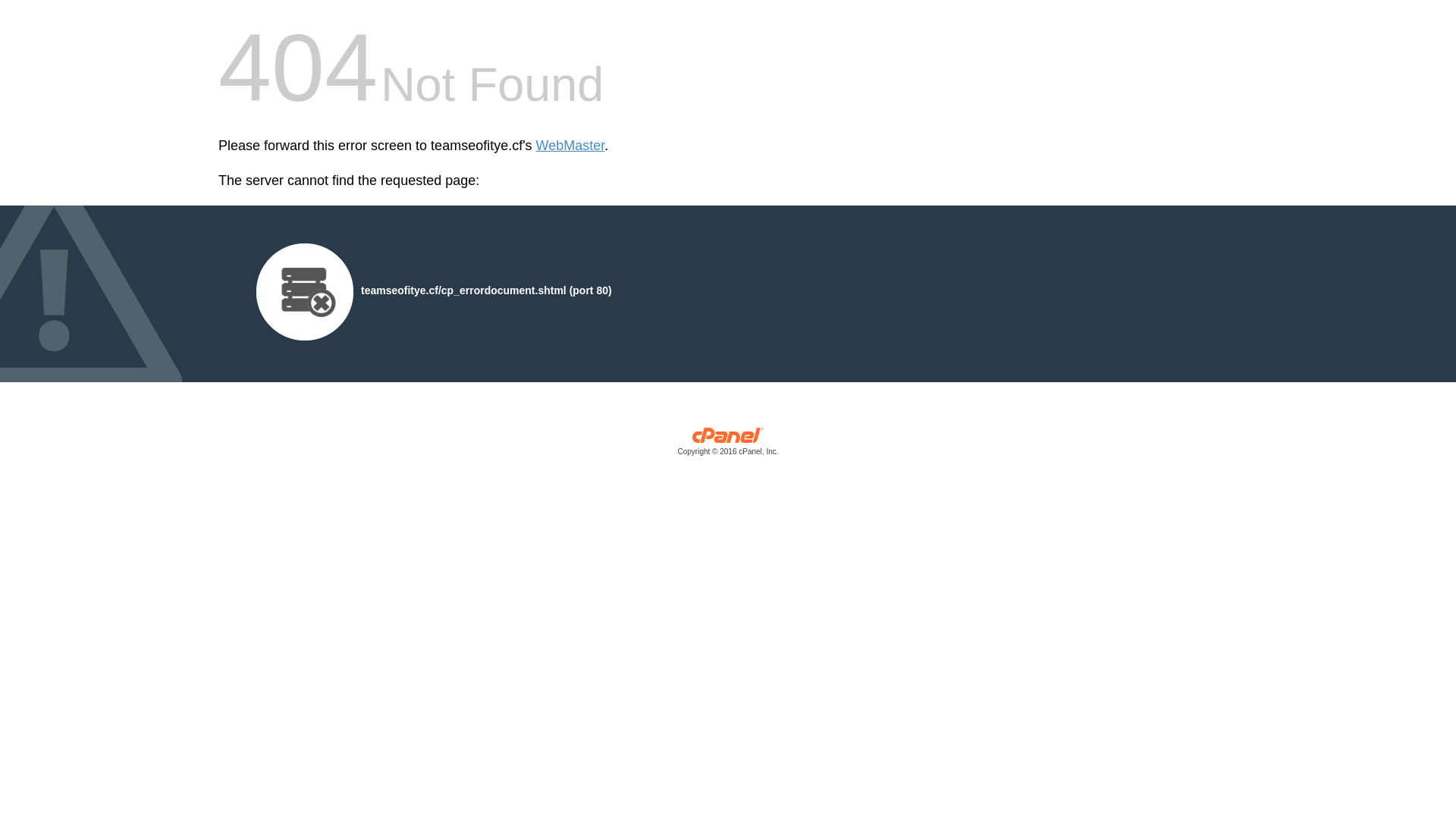  I want to click on 'WebMaster', so click(570, 146).